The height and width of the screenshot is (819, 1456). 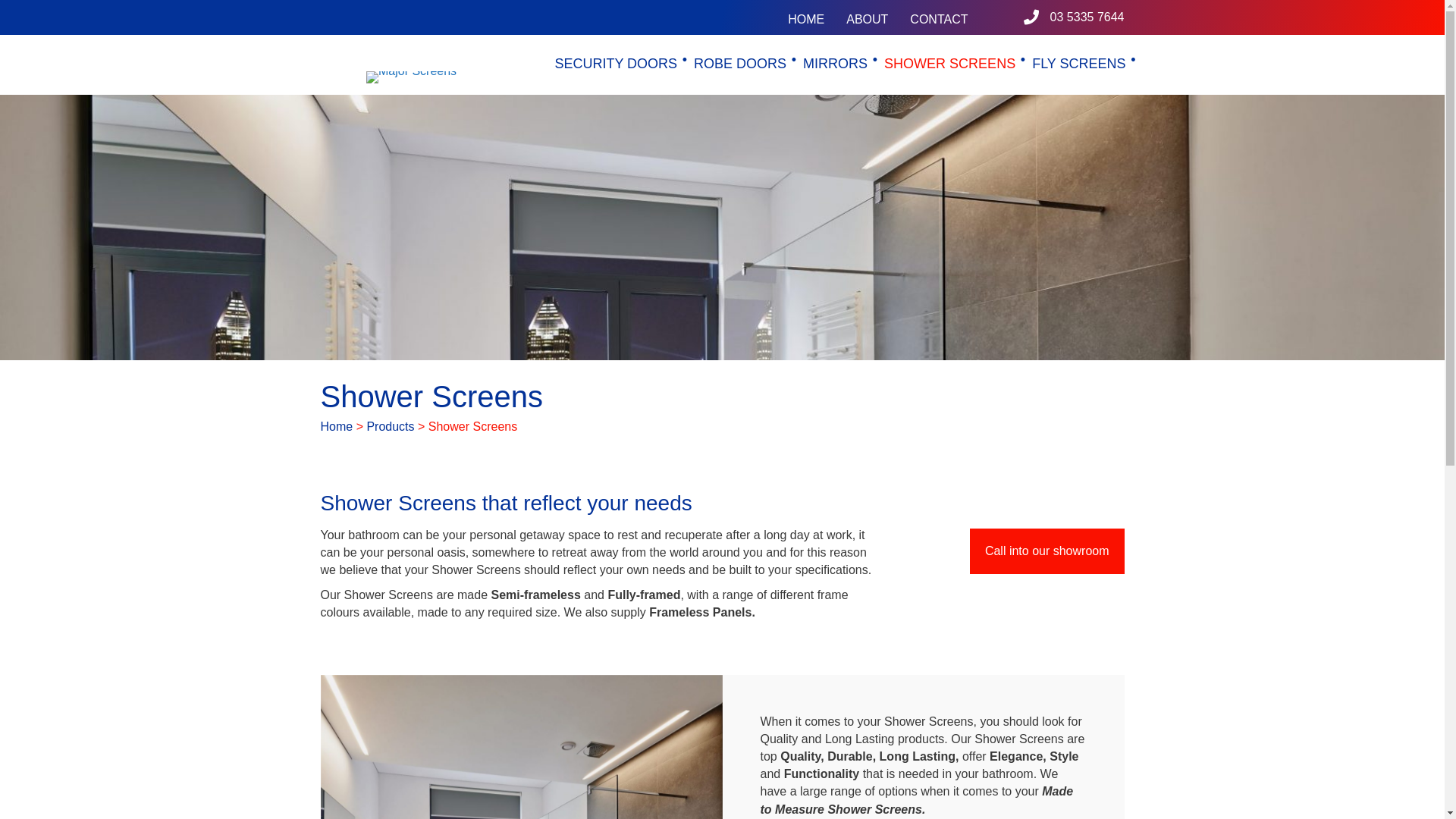 What do you see at coordinates (1046, 551) in the screenshot?
I see `'Call into our showroom'` at bounding box center [1046, 551].